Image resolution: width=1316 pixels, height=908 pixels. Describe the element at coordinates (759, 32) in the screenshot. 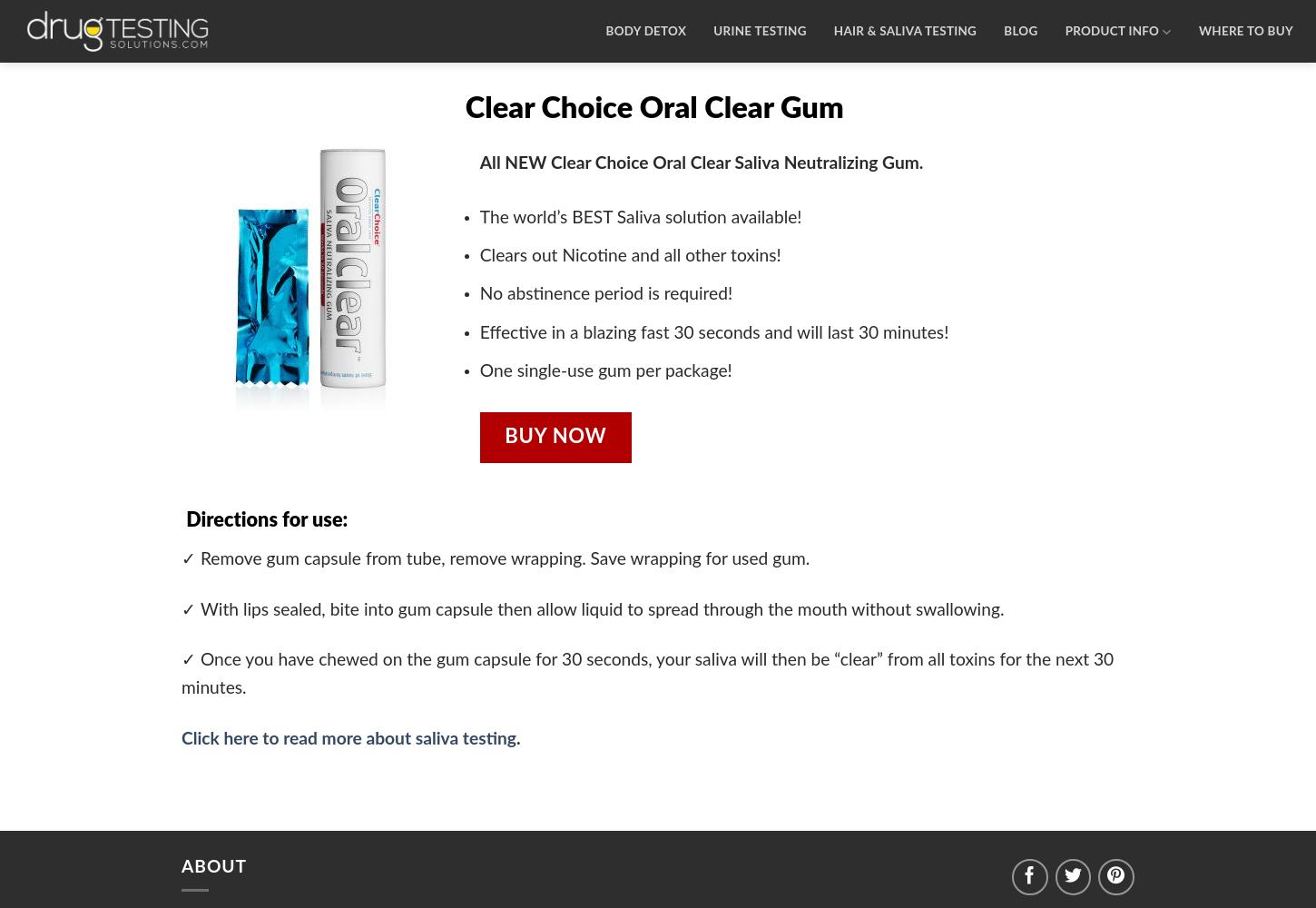

I see `'URINE TESTING'` at that location.